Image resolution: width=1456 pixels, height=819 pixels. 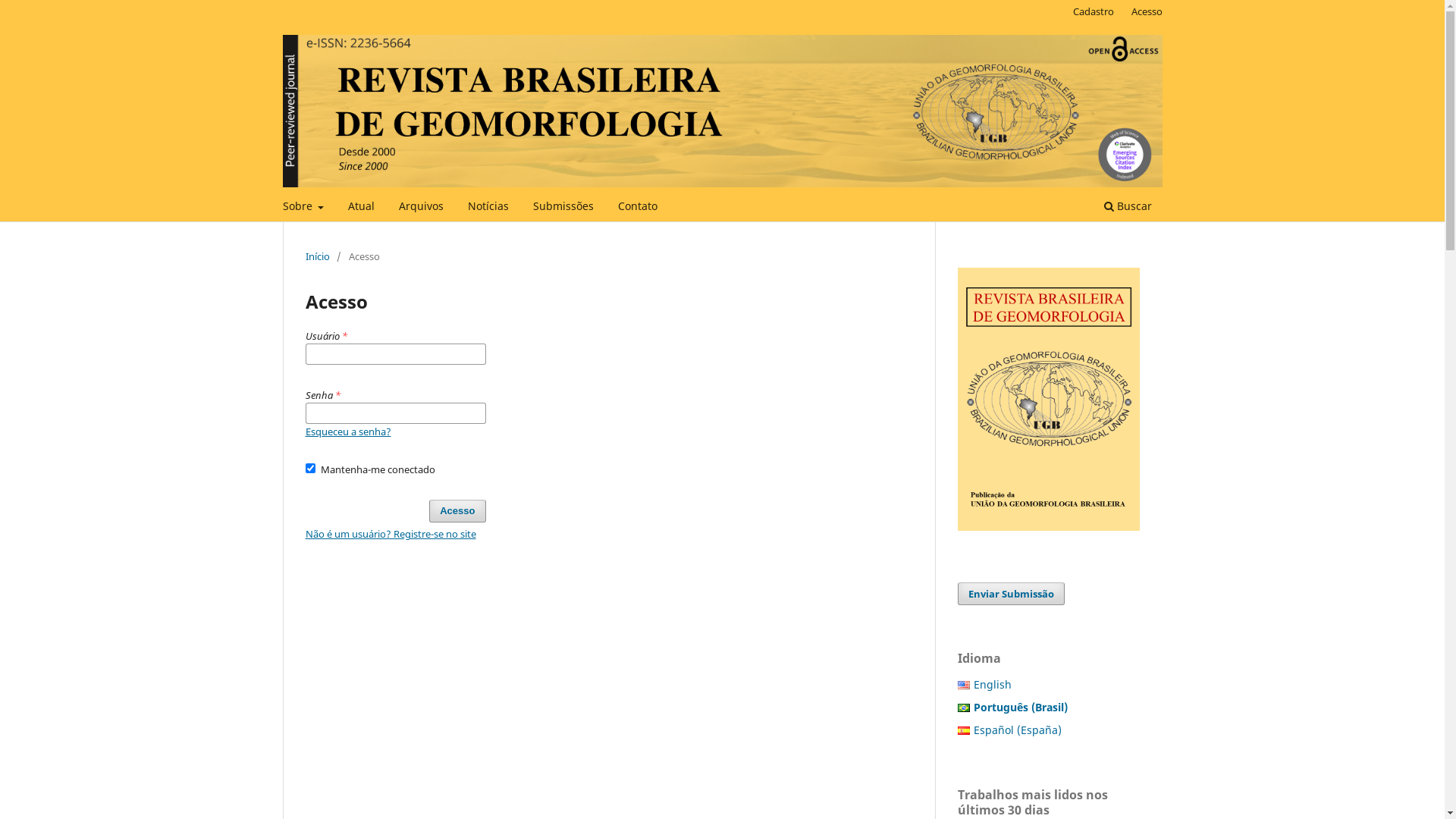 What do you see at coordinates (341, 208) in the screenshot?
I see `'Atual'` at bounding box center [341, 208].